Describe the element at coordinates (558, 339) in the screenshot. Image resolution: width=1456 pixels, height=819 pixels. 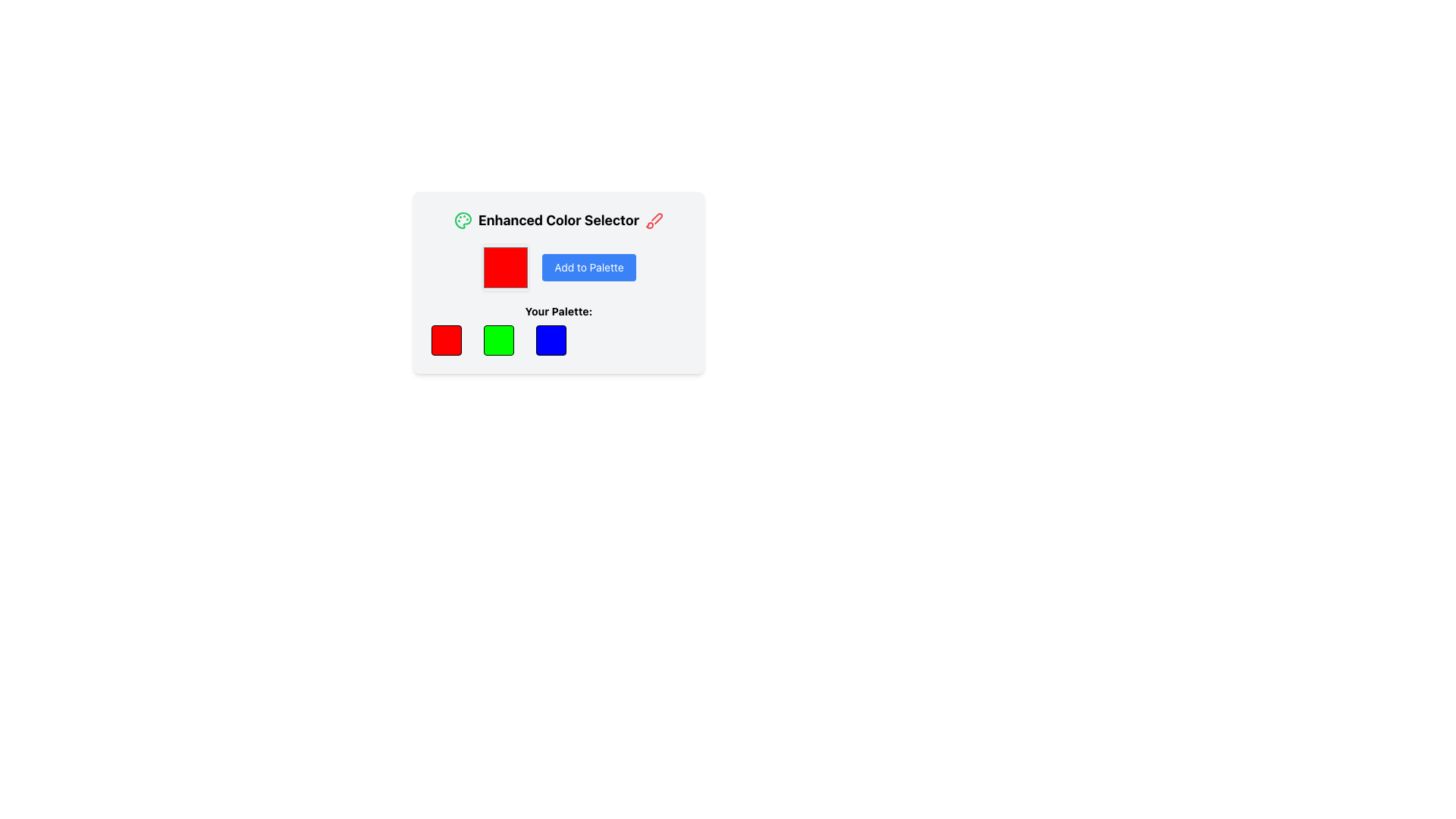
I see `the third square color box in the 'Your Palette:' section, which is colored blue` at that location.